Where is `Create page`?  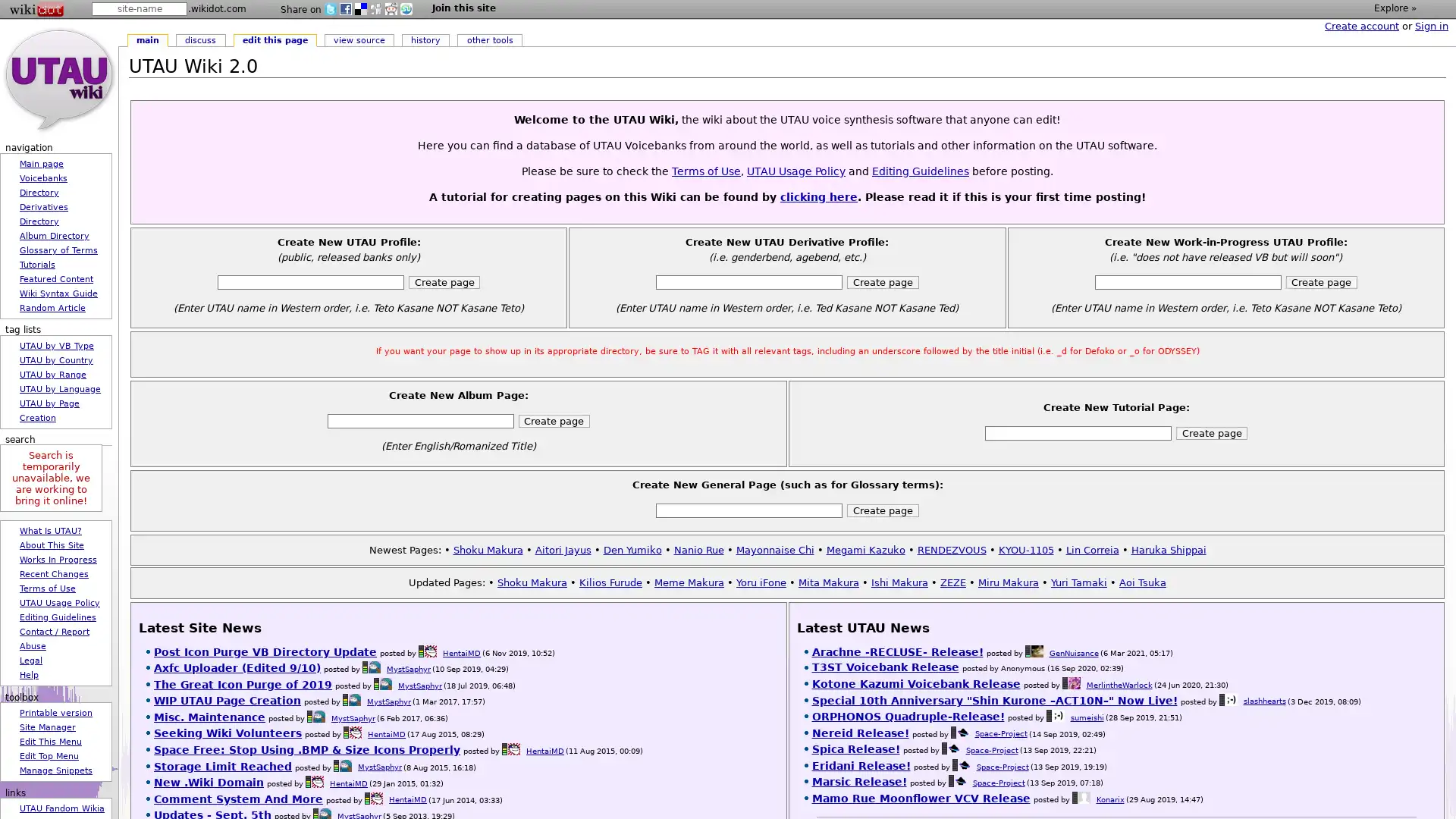 Create page is located at coordinates (1211, 433).